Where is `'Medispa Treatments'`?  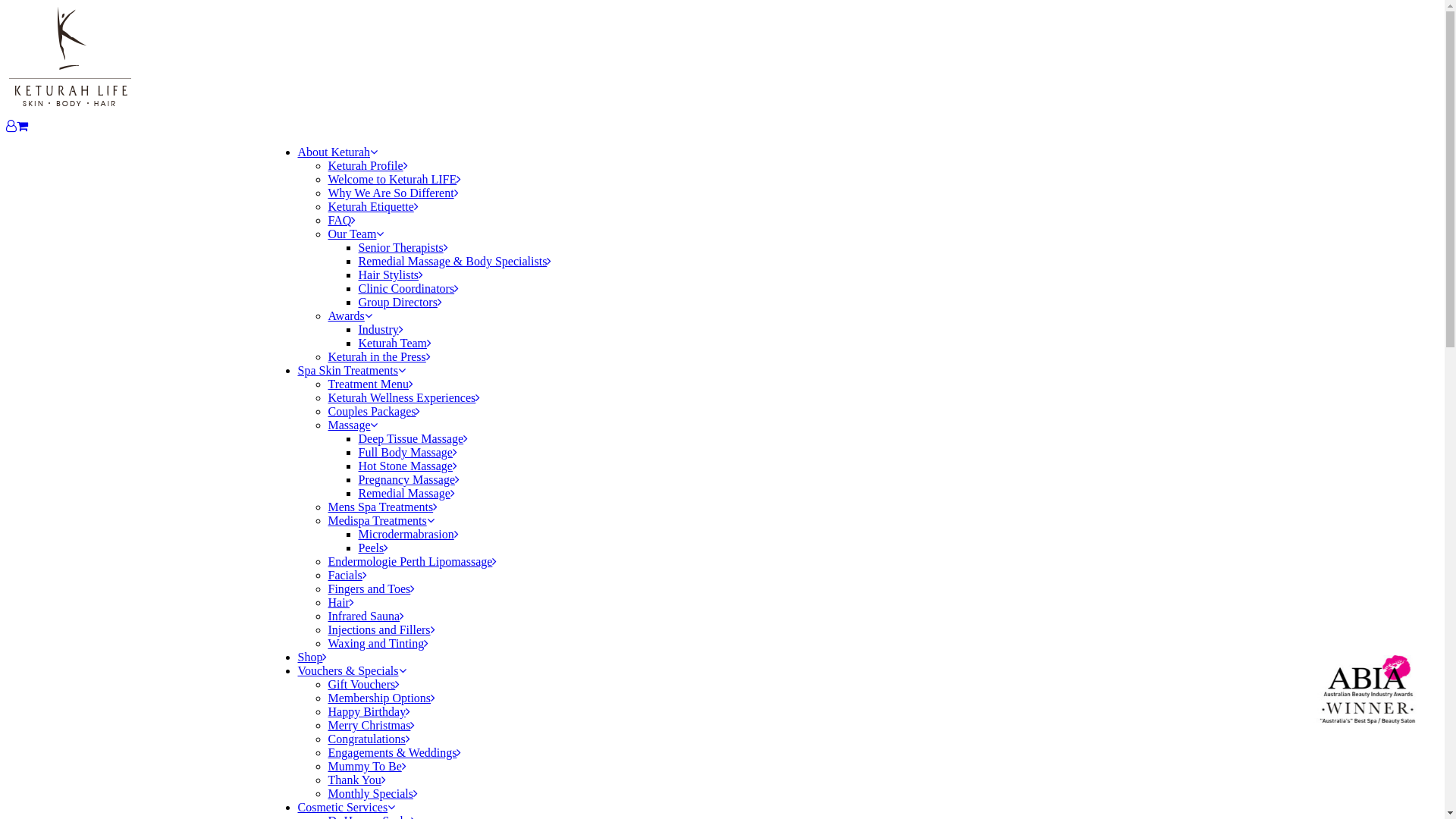 'Medispa Treatments' is located at coordinates (381, 519).